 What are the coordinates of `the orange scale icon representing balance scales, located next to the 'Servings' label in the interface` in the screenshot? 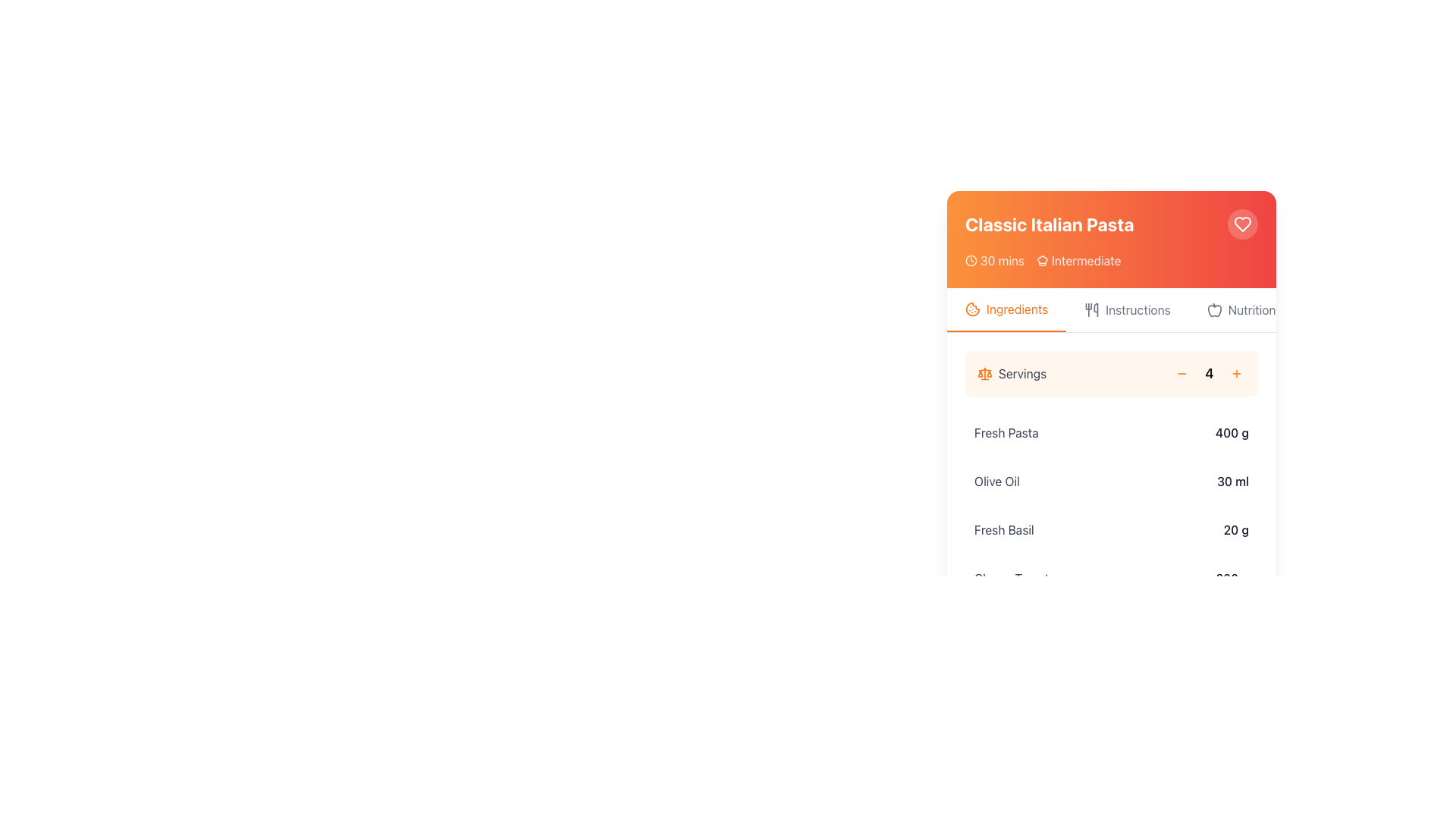 It's located at (985, 374).